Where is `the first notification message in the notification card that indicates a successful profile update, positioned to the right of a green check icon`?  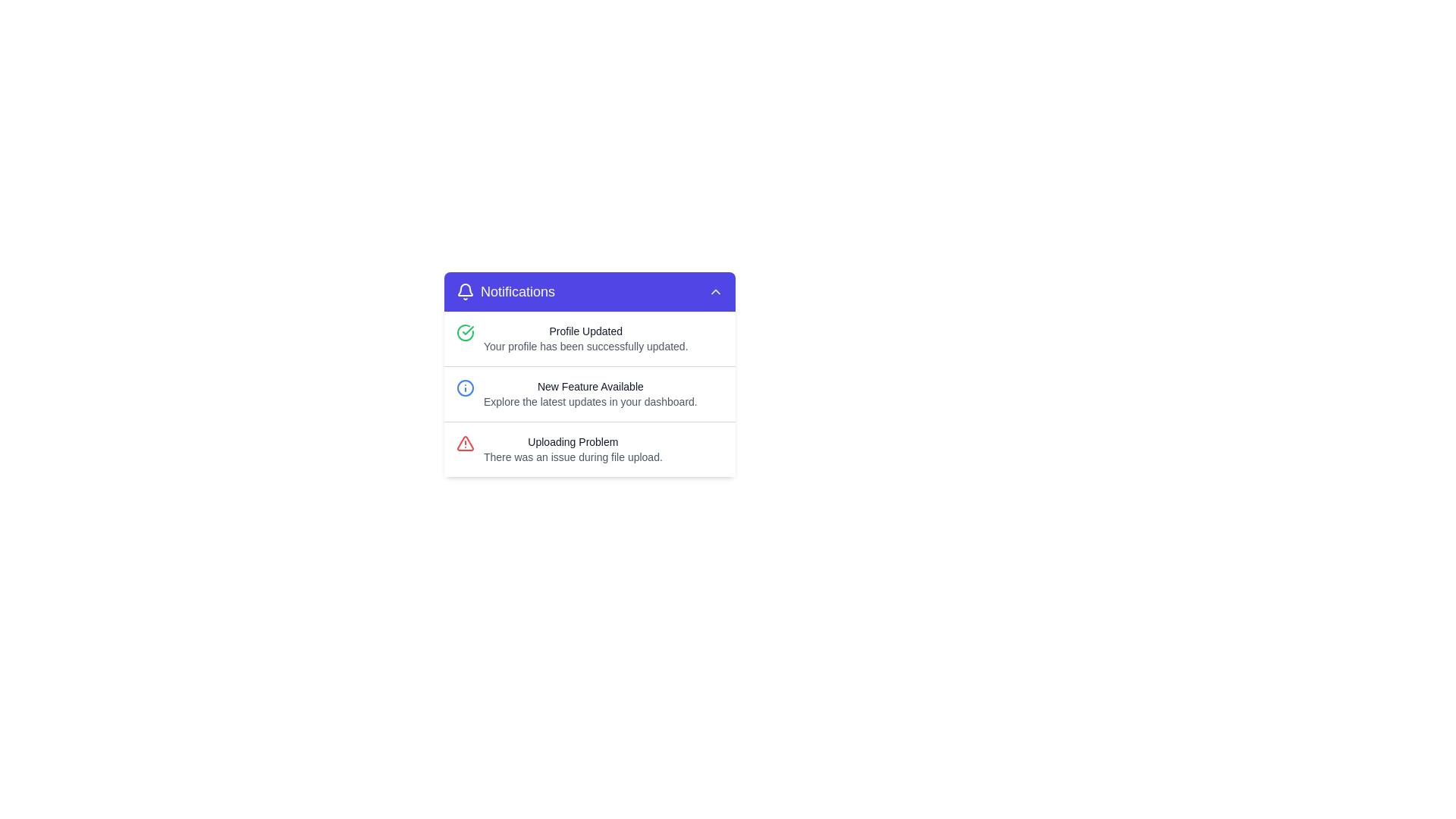
the first notification message in the notification card that indicates a successful profile update, positioned to the right of a green check icon is located at coordinates (585, 338).